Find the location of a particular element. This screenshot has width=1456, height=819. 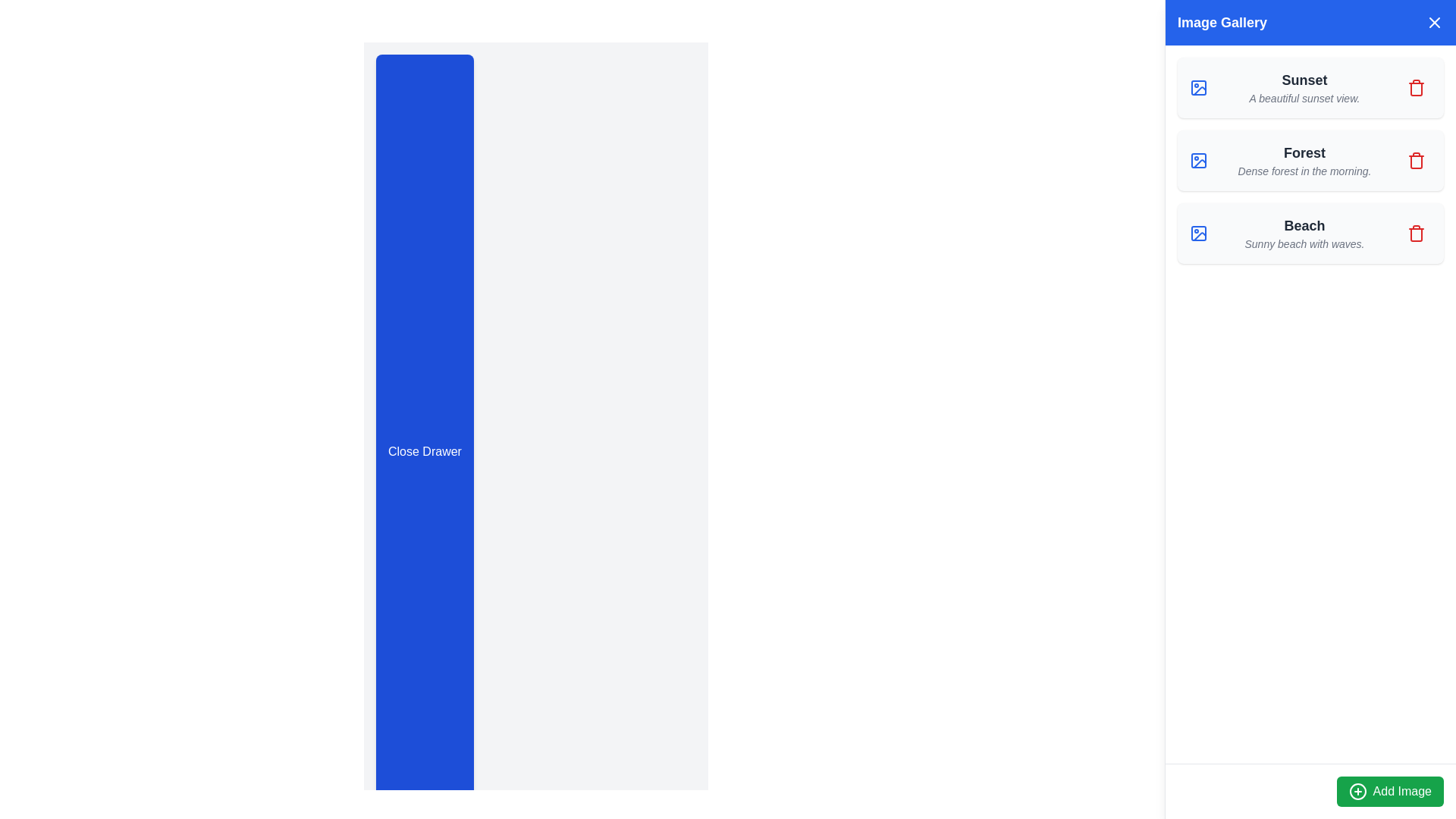

the close icon button resembling an 'X' located in the top-right corner of the 'Image Gallery' panel is located at coordinates (1433, 23).